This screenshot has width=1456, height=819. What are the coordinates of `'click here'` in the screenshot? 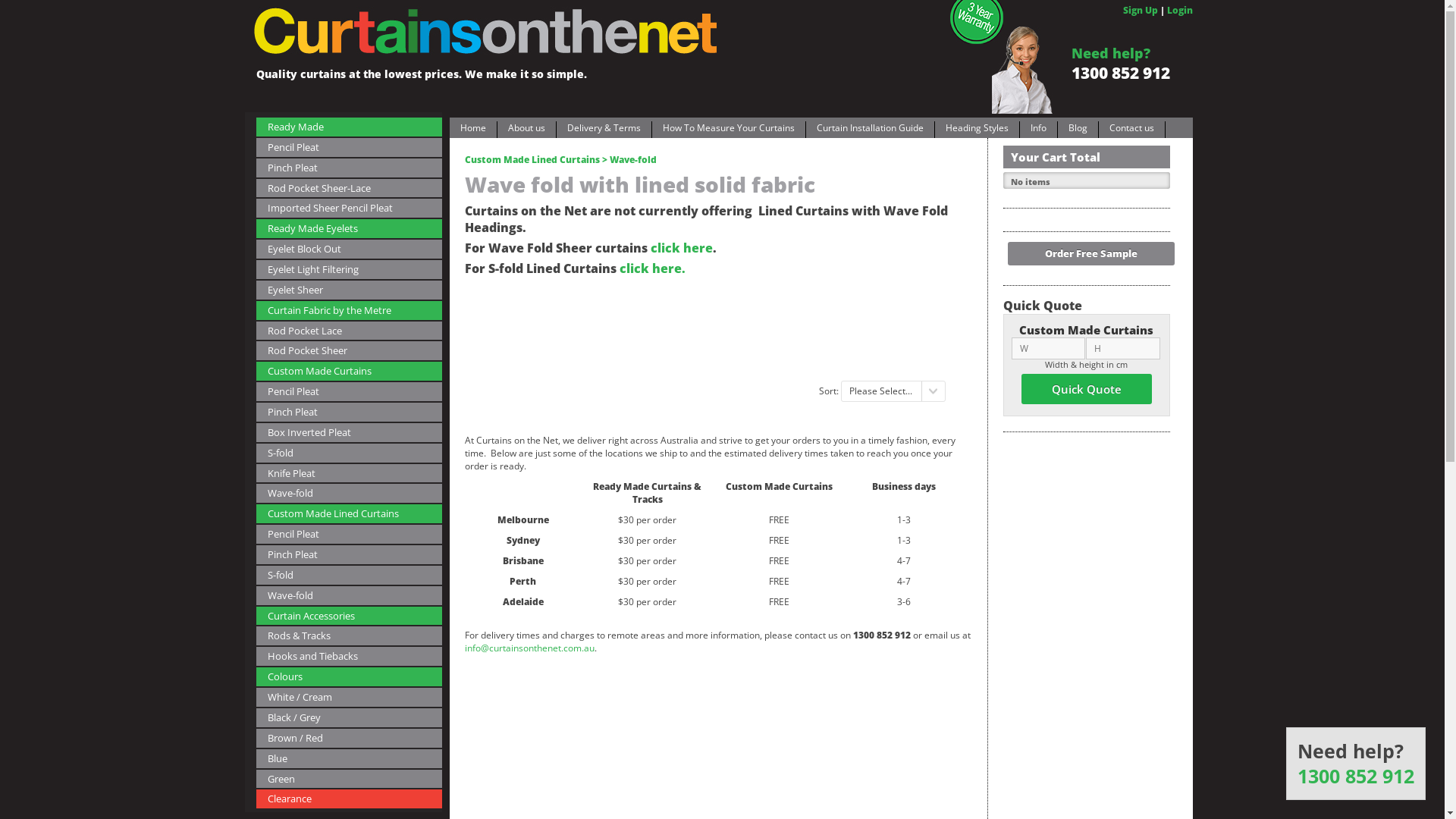 It's located at (651, 247).